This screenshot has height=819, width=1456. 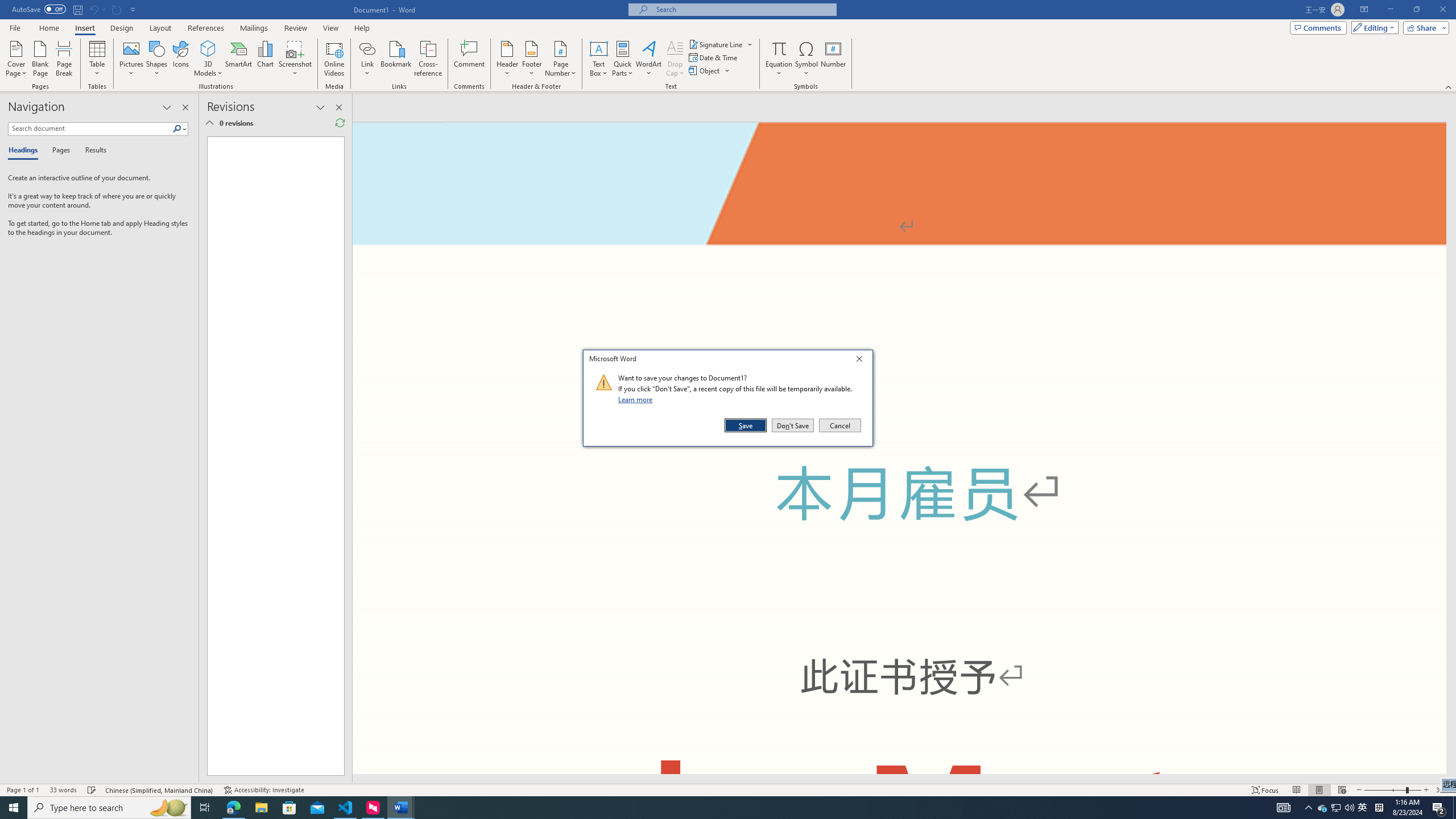 I want to click on 'Blank Page', so click(x=40, y=59).